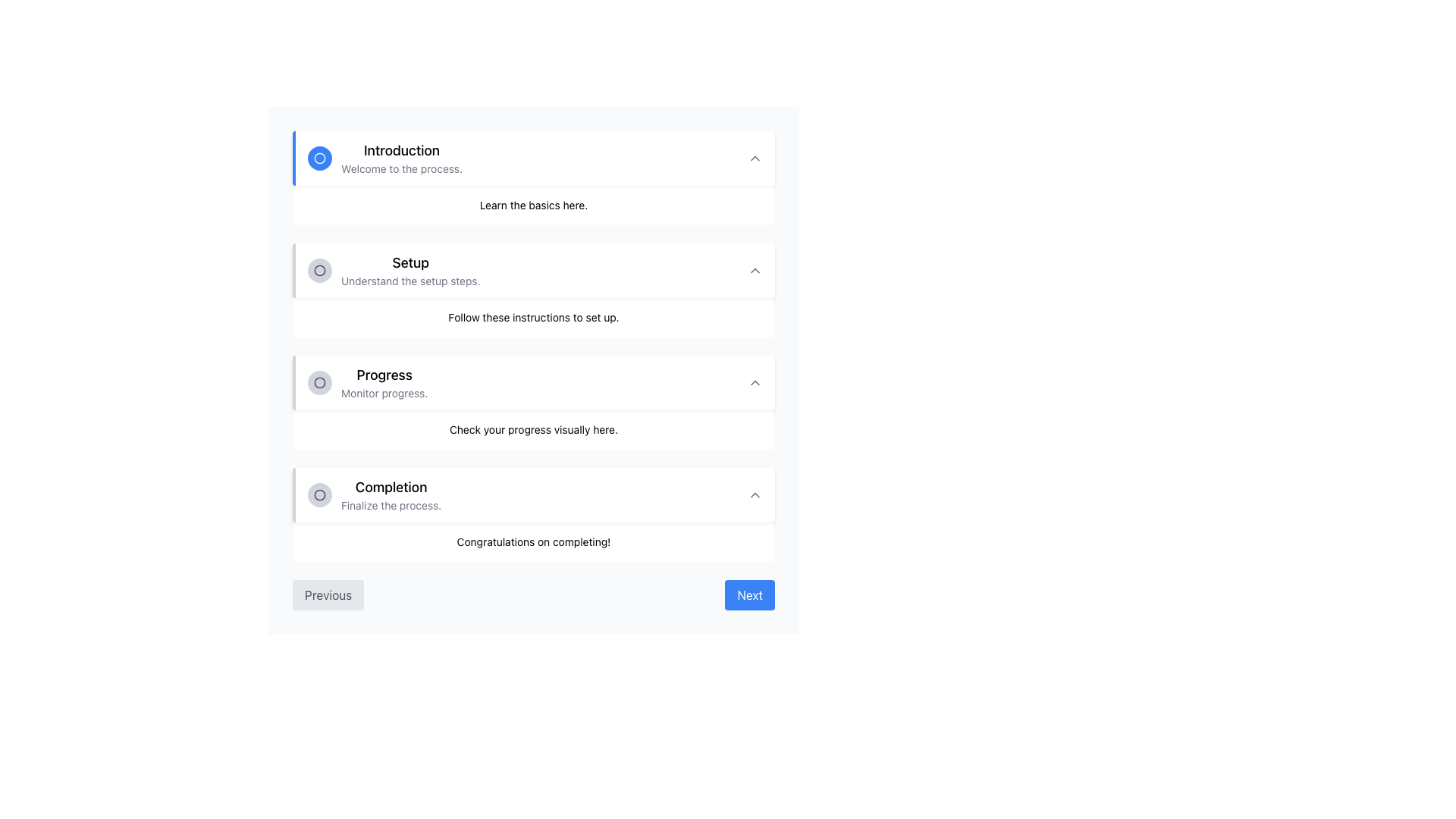 This screenshot has width=1456, height=819. I want to click on the 'Progress' informational block, which contains a small circle, the title 'Progress' in bold, and the subtitle 'Monitor progress.', so click(534, 402).